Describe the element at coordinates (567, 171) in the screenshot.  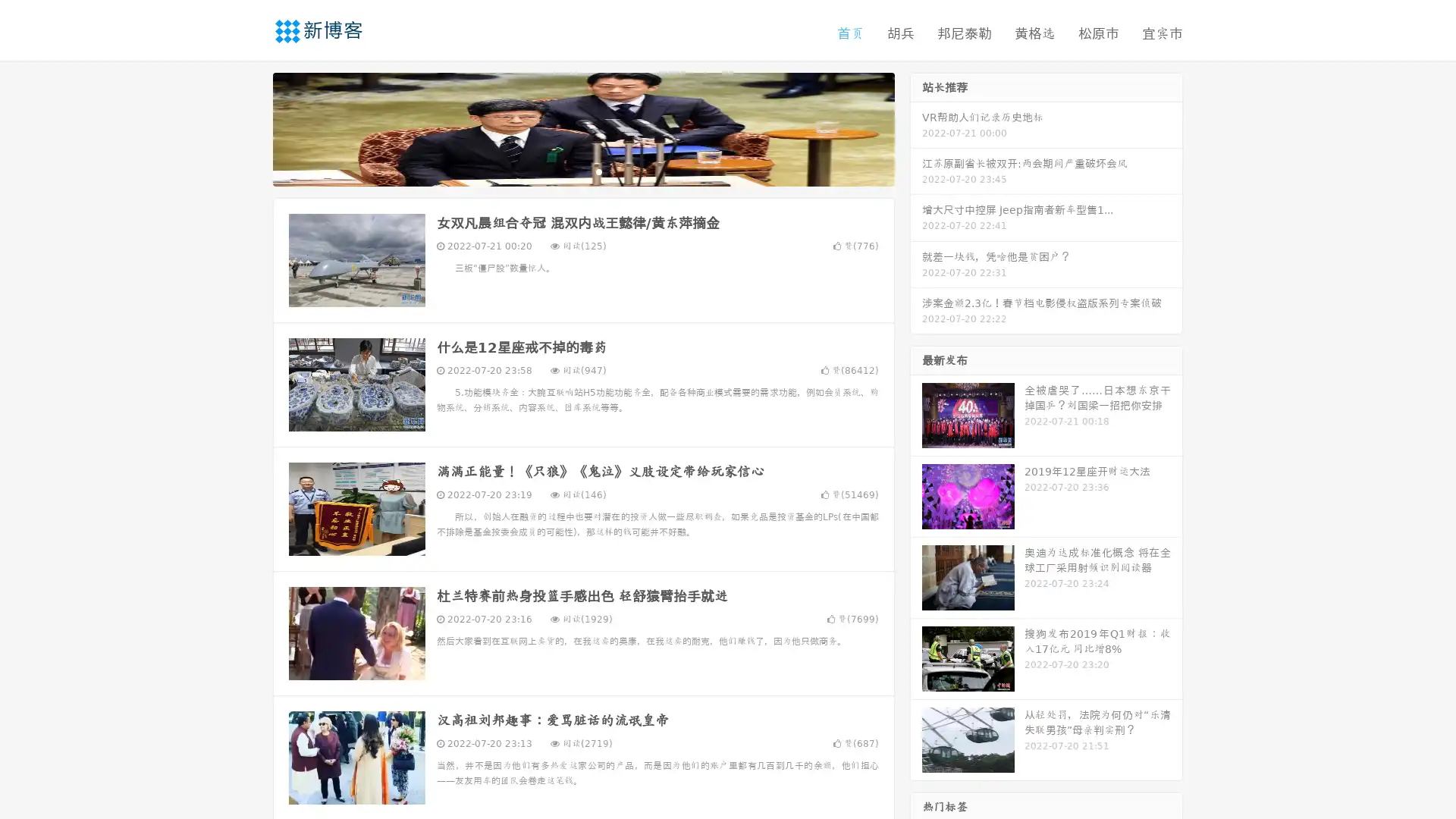
I see `Go to slide 1` at that location.